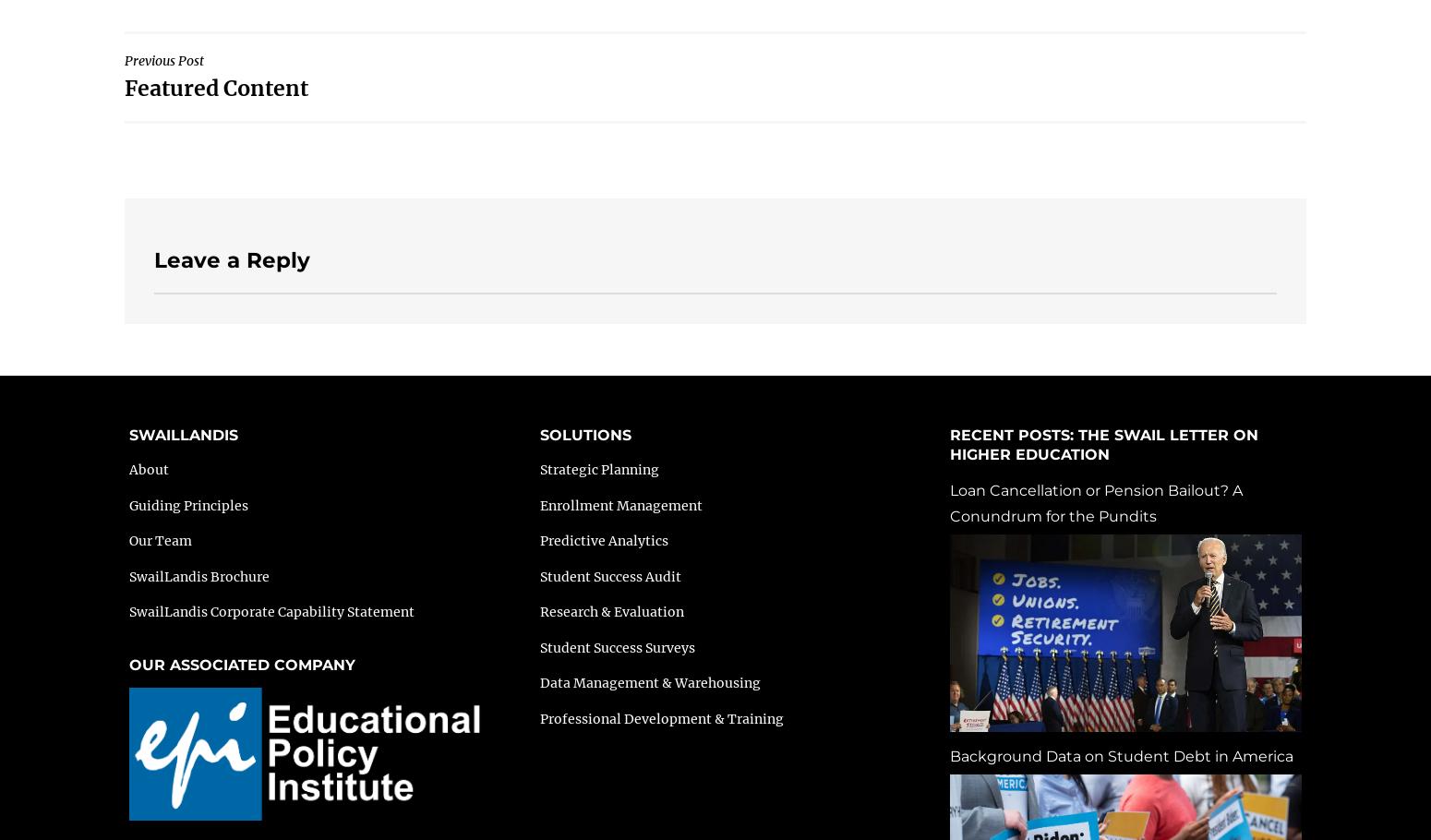 Image resolution: width=1431 pixels, height=840 pixels. Describe the element at coordinates (271, 611) in the screenshot. I see `'SwailLandis Corporate Capability Statement'` at that location.